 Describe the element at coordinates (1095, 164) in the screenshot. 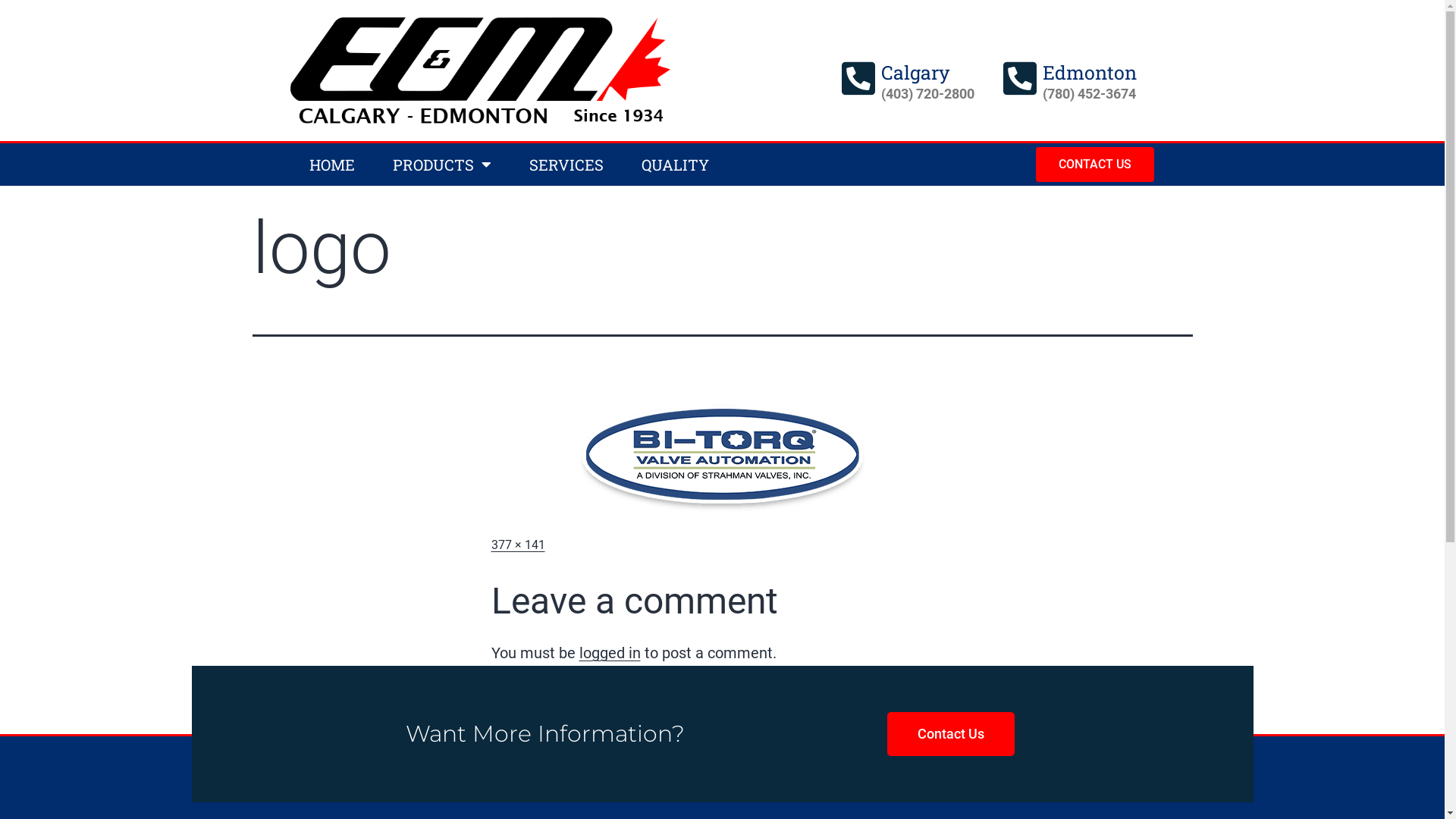

I see `'CONTACT US'` at that location.